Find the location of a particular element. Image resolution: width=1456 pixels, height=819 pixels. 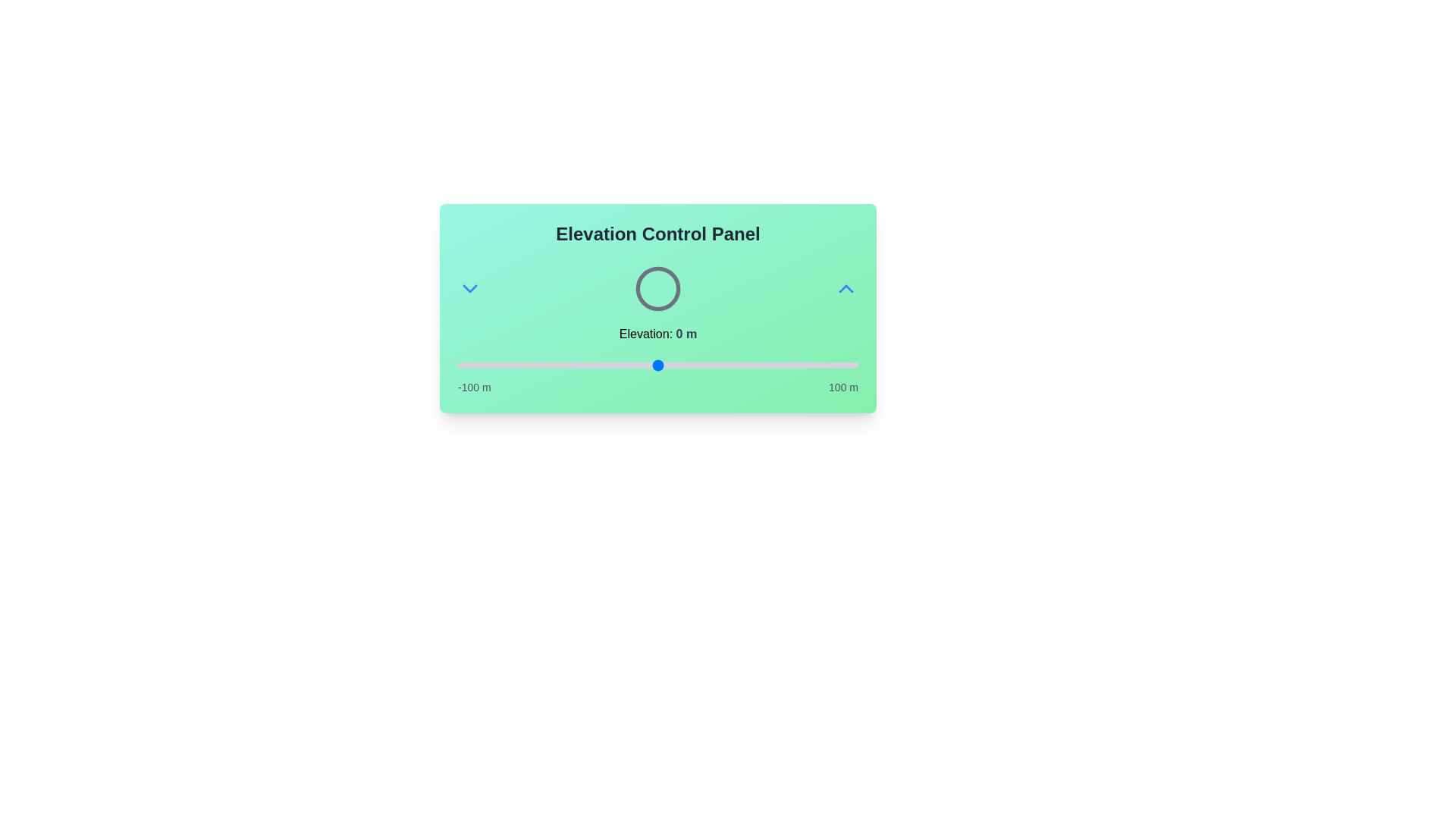

the elevation to 20 meters using the slider is located at coordinates (697, 366).